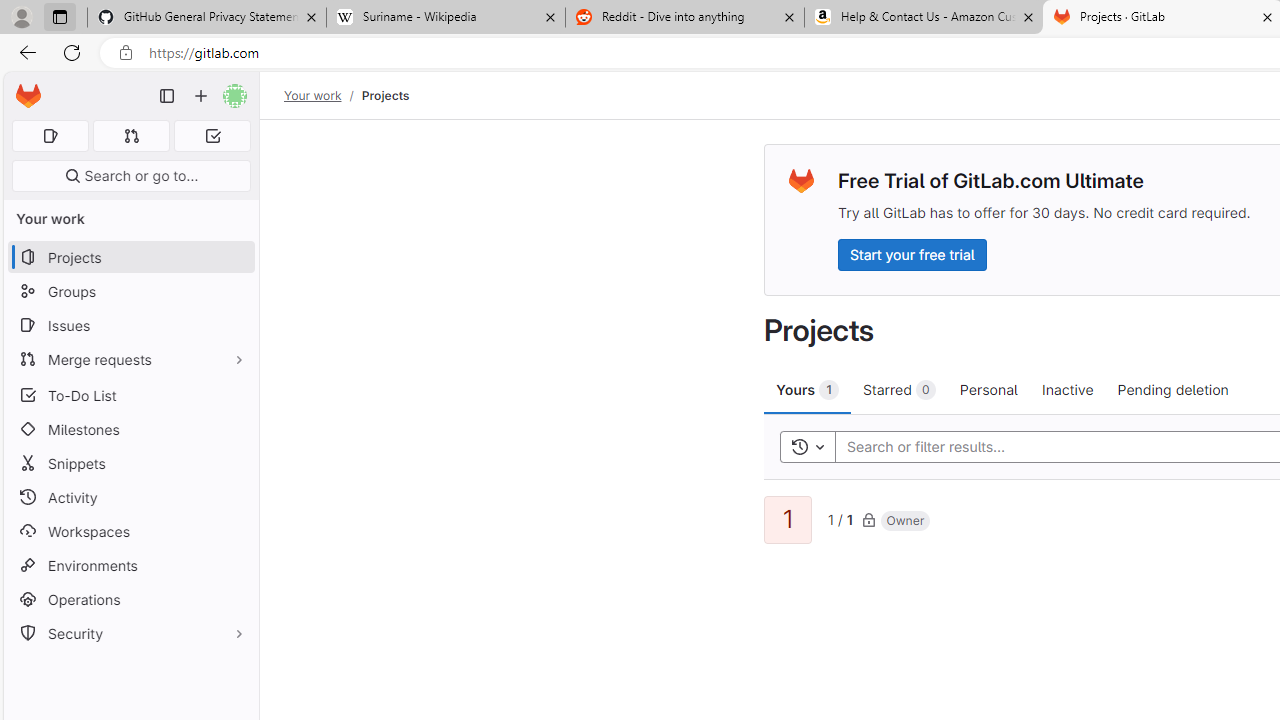 The height and width of the screenshot is (720, 1280). What do you see at coordinates (911, 253) in the screenshot?
I see `'Start your free trial'` at bounding box center [911, 253].